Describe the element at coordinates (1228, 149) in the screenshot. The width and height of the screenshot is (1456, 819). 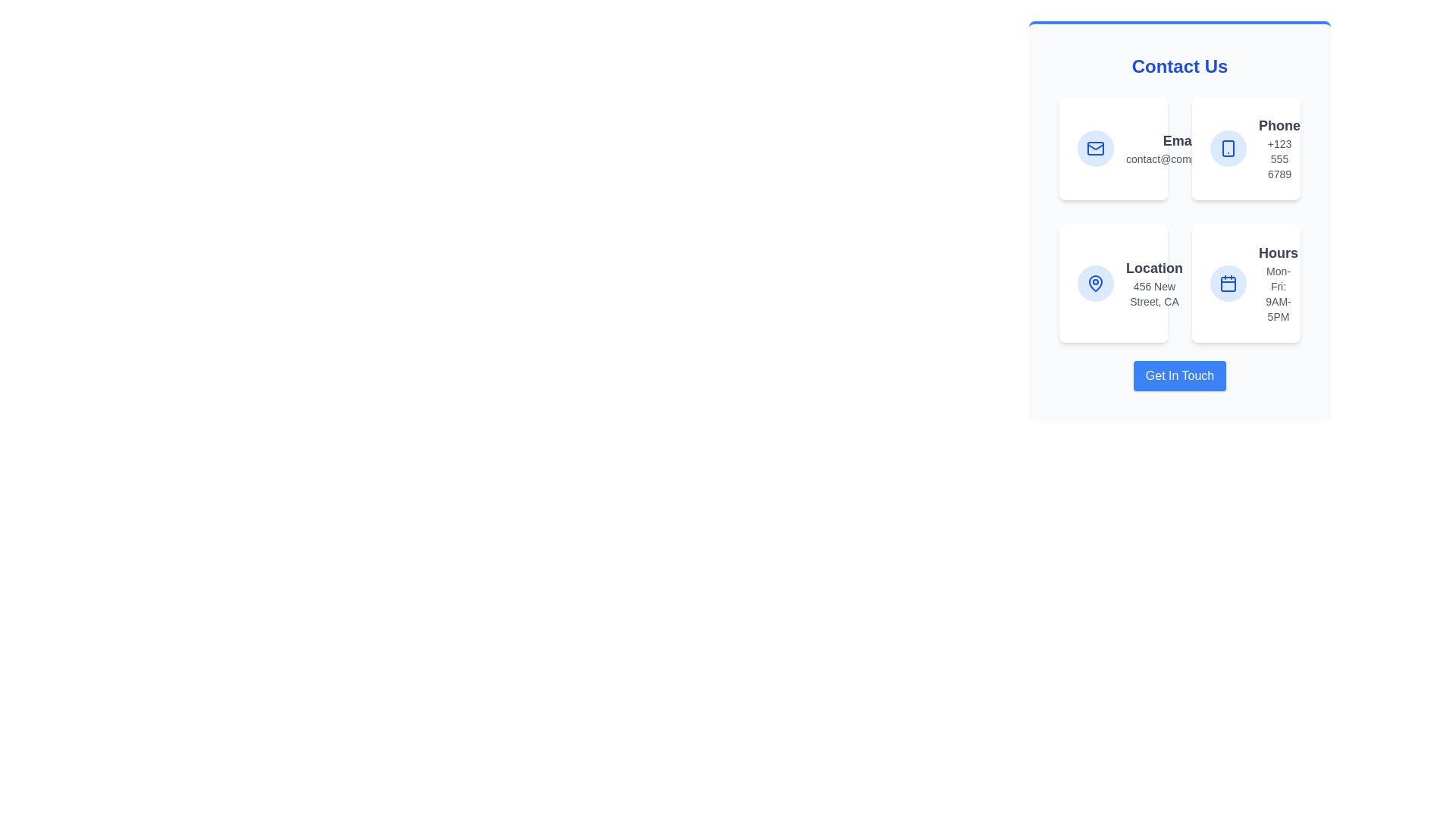
I see `the icon button representing phone contact information located in the top-right section of the grid layout card, which includes a phone icon, the title 'Phone', and the phone number '+123 555 6789'` at that location.